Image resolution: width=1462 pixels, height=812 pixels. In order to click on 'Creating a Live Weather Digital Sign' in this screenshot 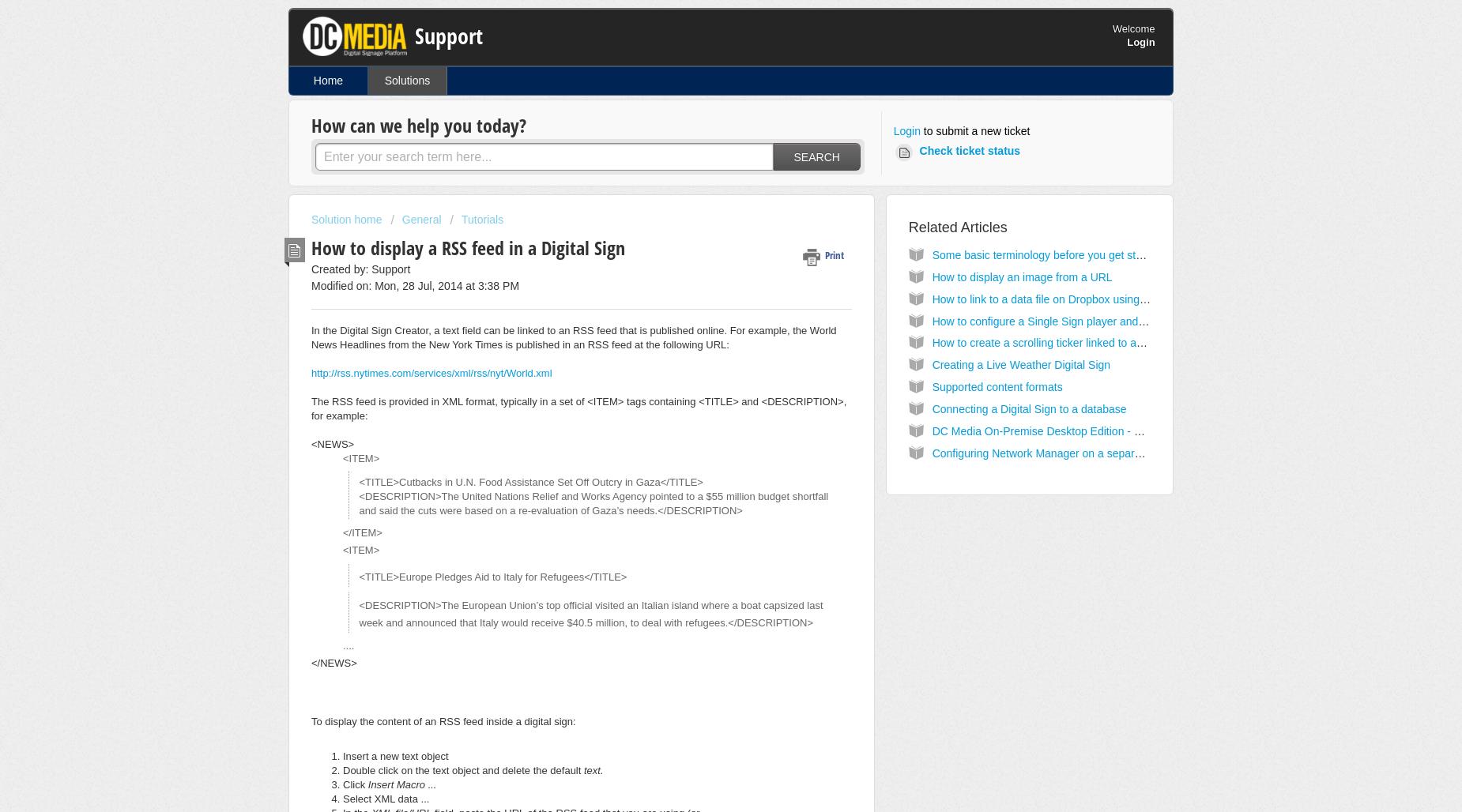, I will do `click(931, 363)`.